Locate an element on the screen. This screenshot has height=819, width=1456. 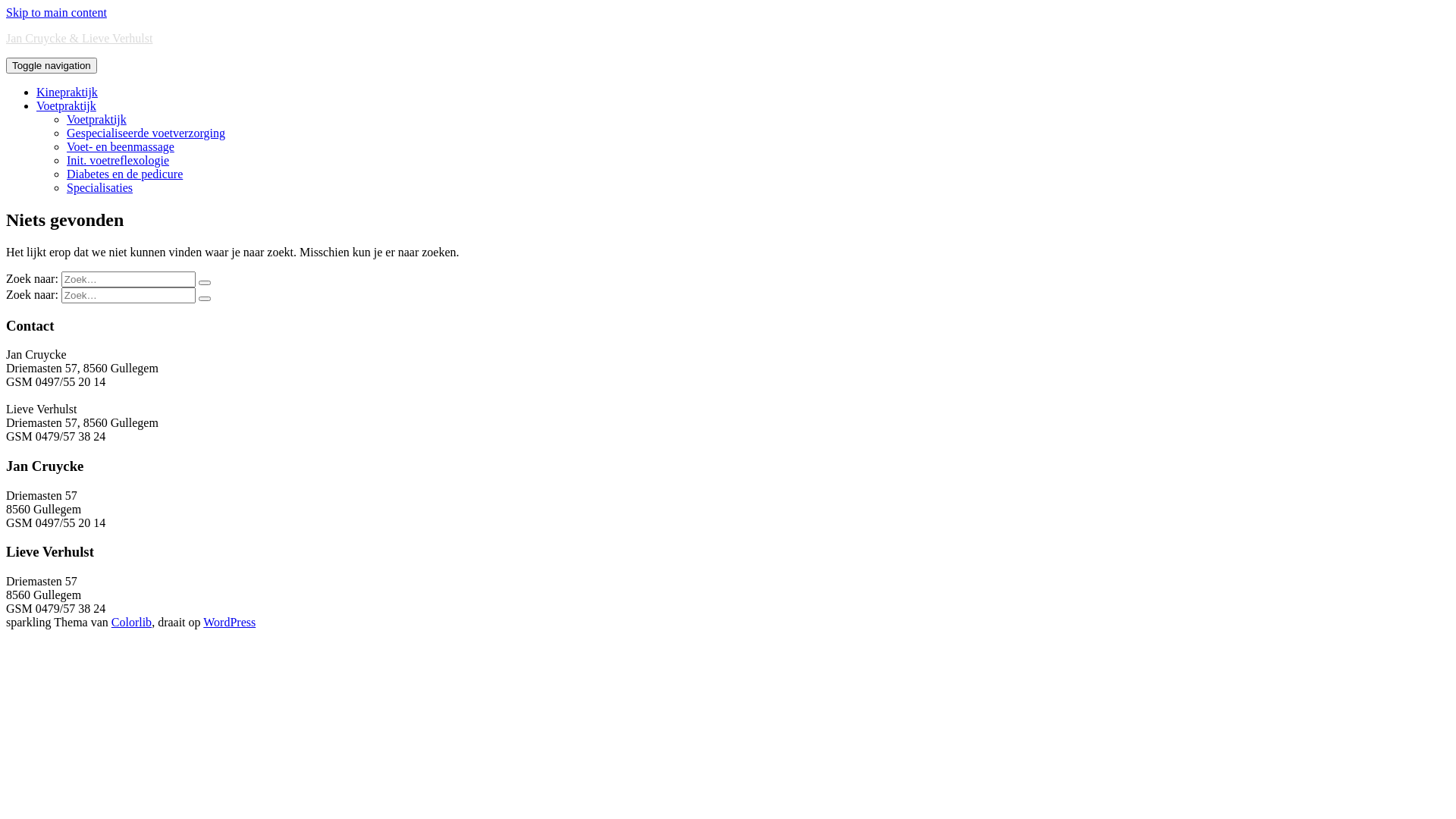
'Skip to main content' is located at coordinates (56, 12).